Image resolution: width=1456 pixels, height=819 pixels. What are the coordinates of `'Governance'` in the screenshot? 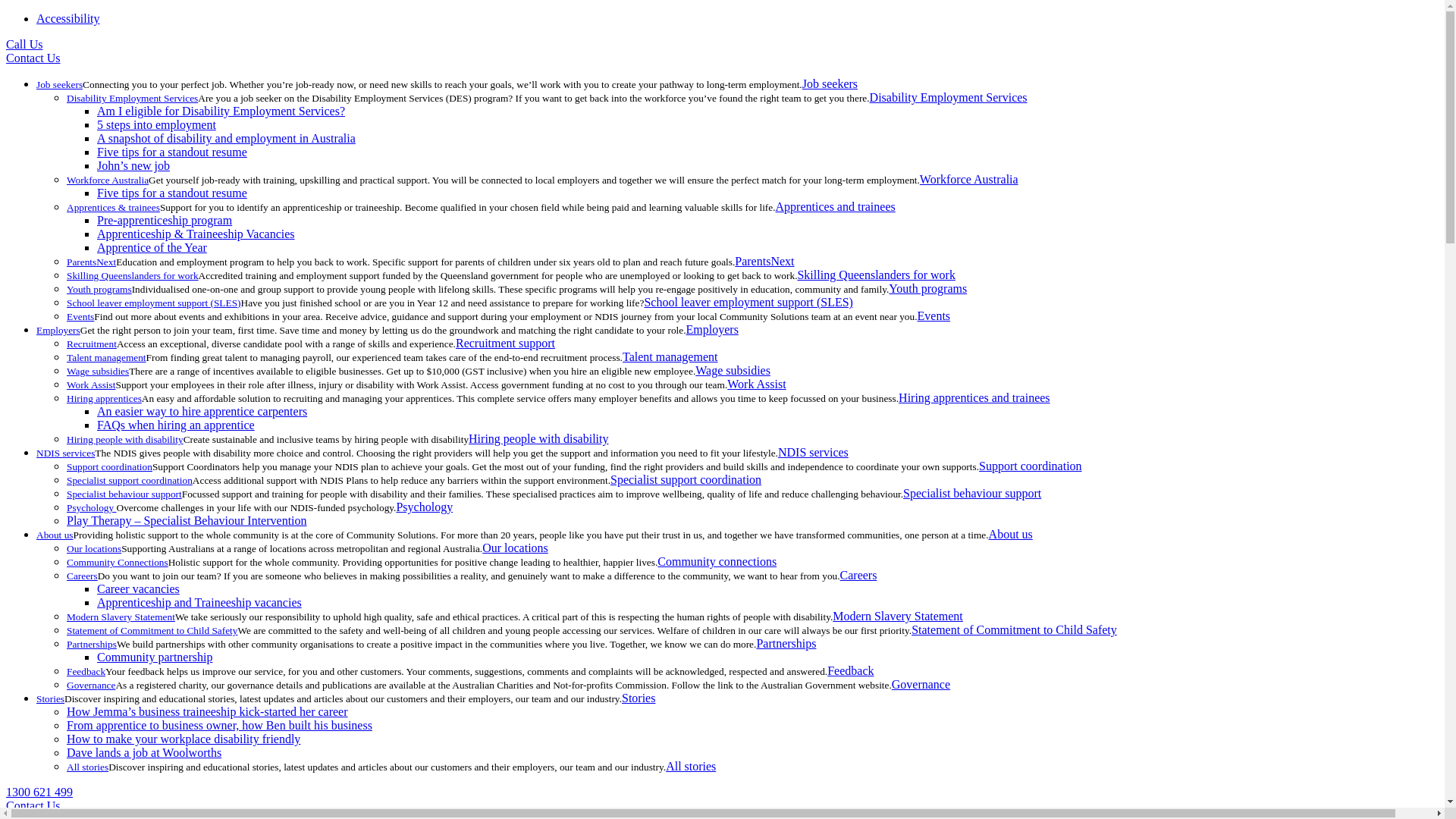 It's located at (892, 684).